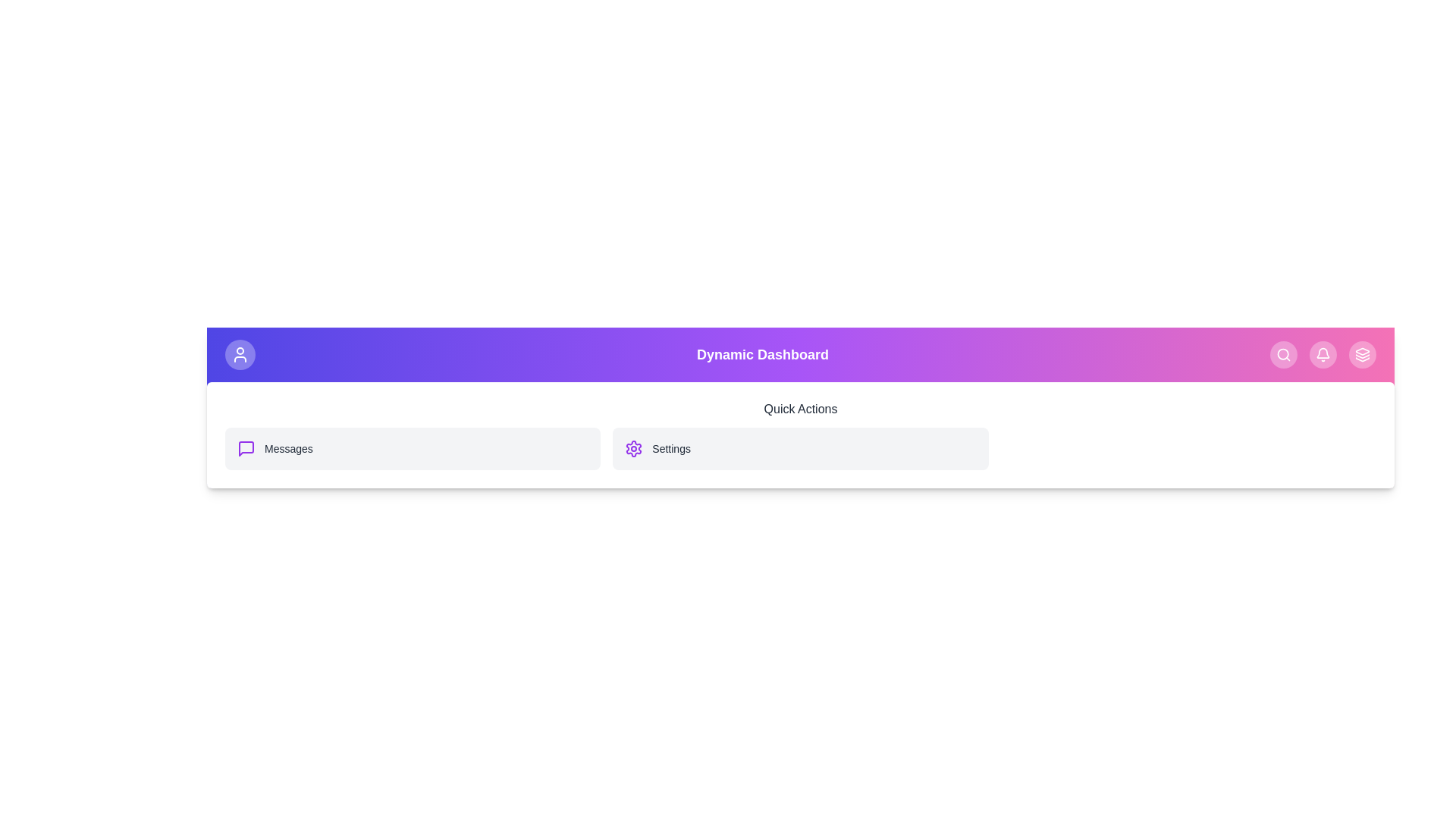 The width and height of the screenshot is (1456, 819). I want to click on layers icon in the top right corner, so click(1362, 354).